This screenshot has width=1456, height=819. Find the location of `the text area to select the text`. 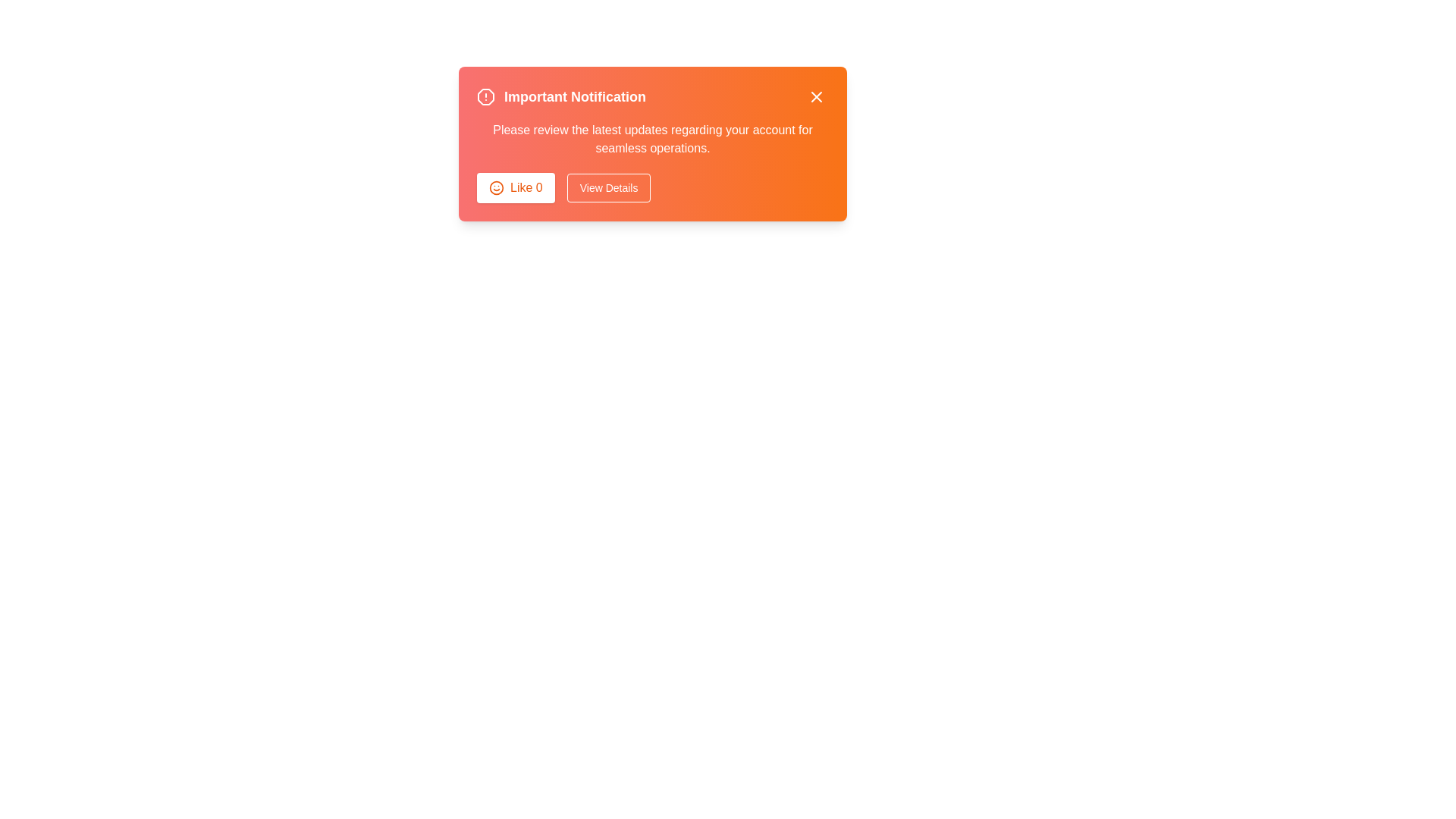

the text area to select the text is located at coordinates (652, 140).